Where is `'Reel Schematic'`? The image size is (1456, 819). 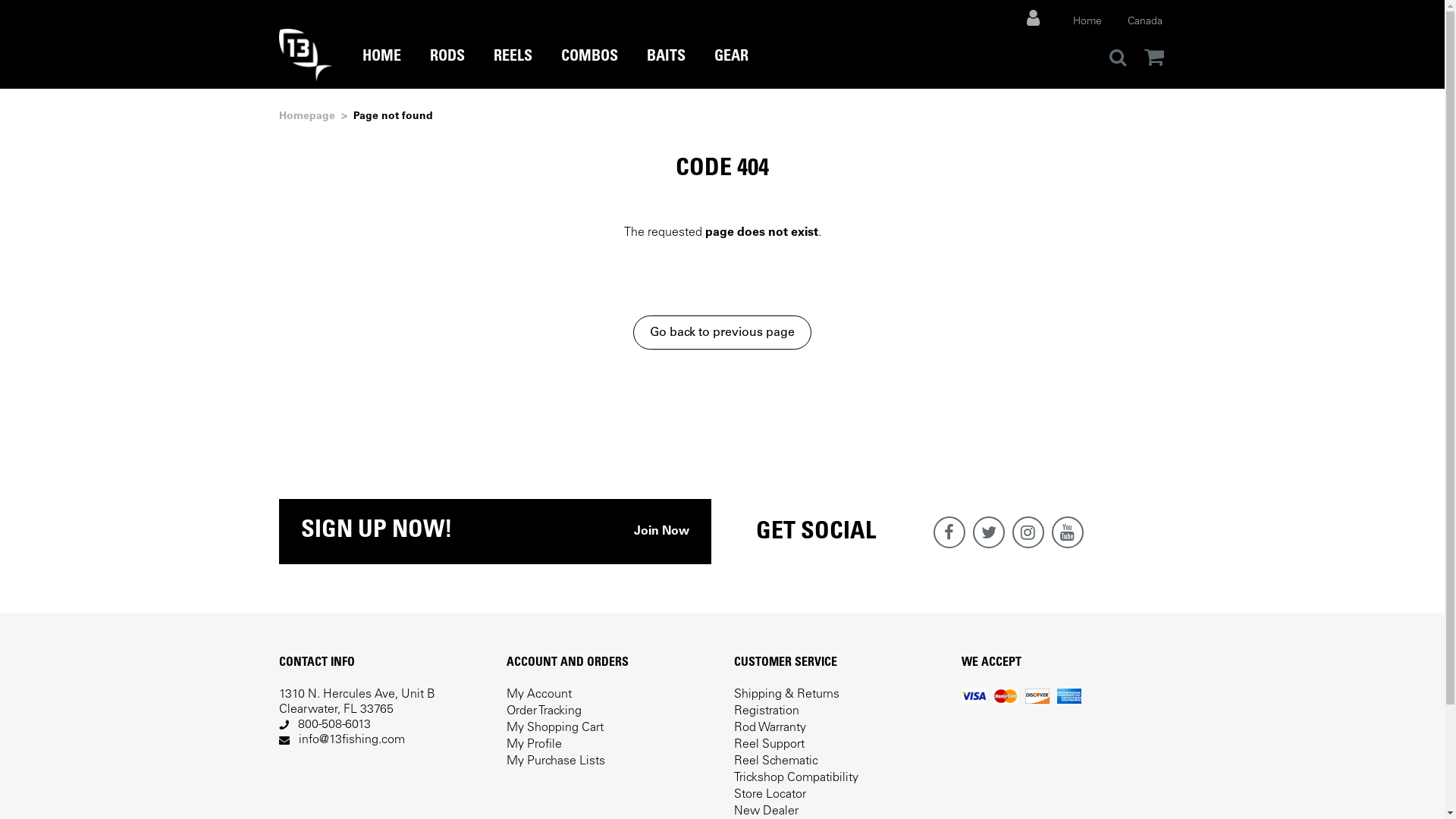 'Reel Schematic' is located at coordinates (776, 761).